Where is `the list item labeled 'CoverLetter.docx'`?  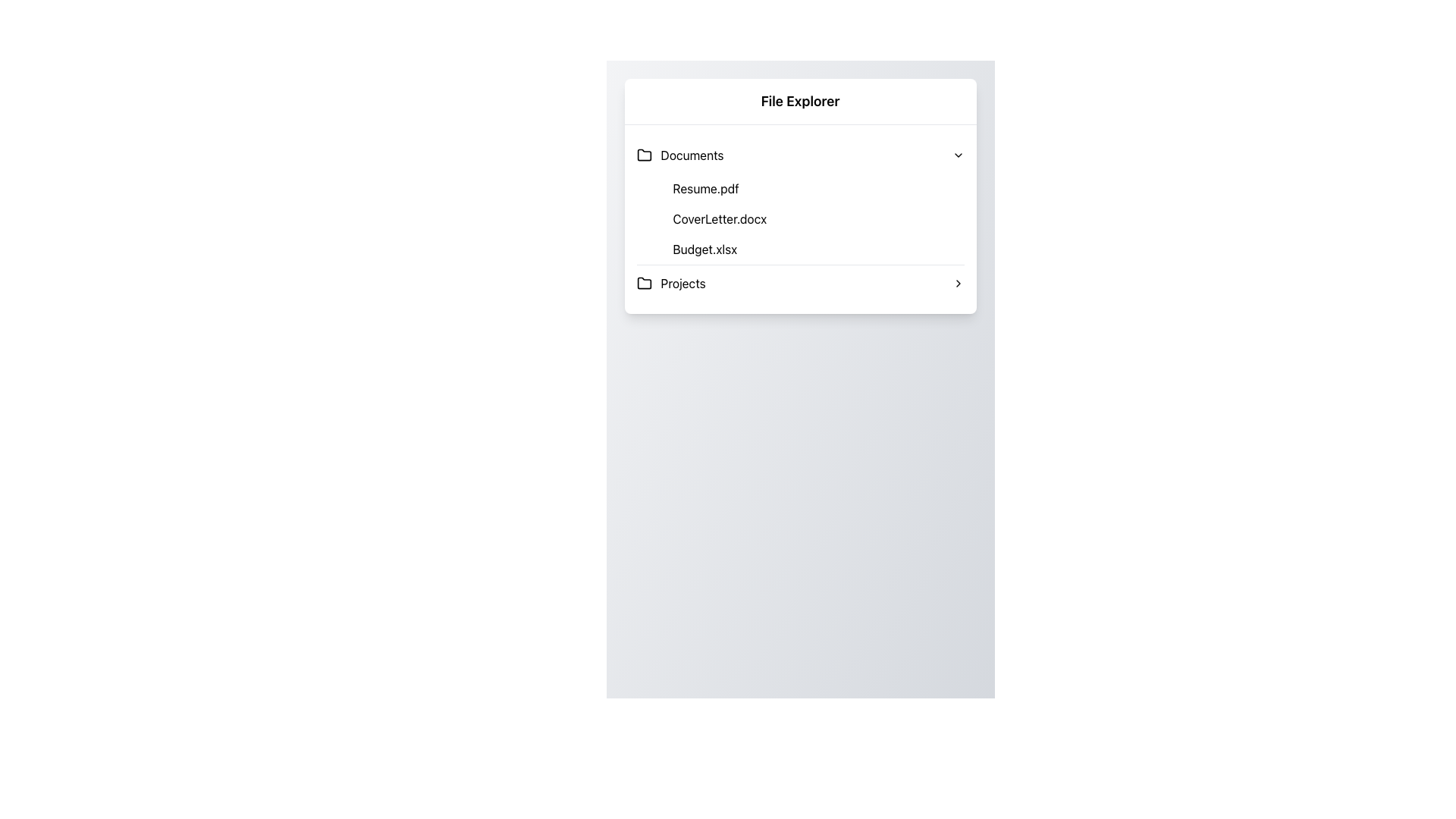
the list item labeled 'CoverLetter.docx' is located at coordinates (811, 219).